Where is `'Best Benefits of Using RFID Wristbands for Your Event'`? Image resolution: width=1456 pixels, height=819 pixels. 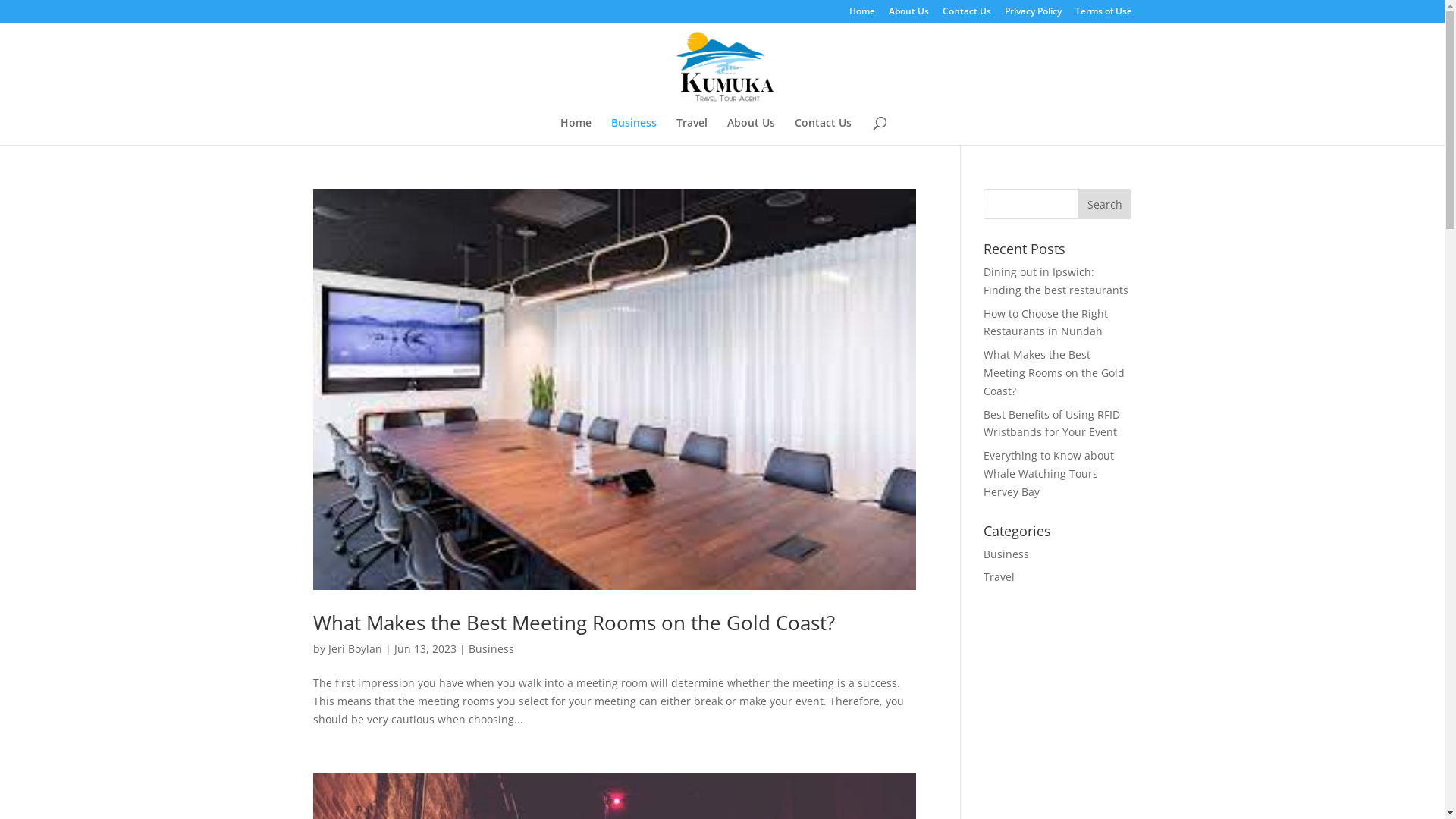 'Best Benefits of Using RFID Wristbands for Your Event' is located at coordinates (1051, 423).